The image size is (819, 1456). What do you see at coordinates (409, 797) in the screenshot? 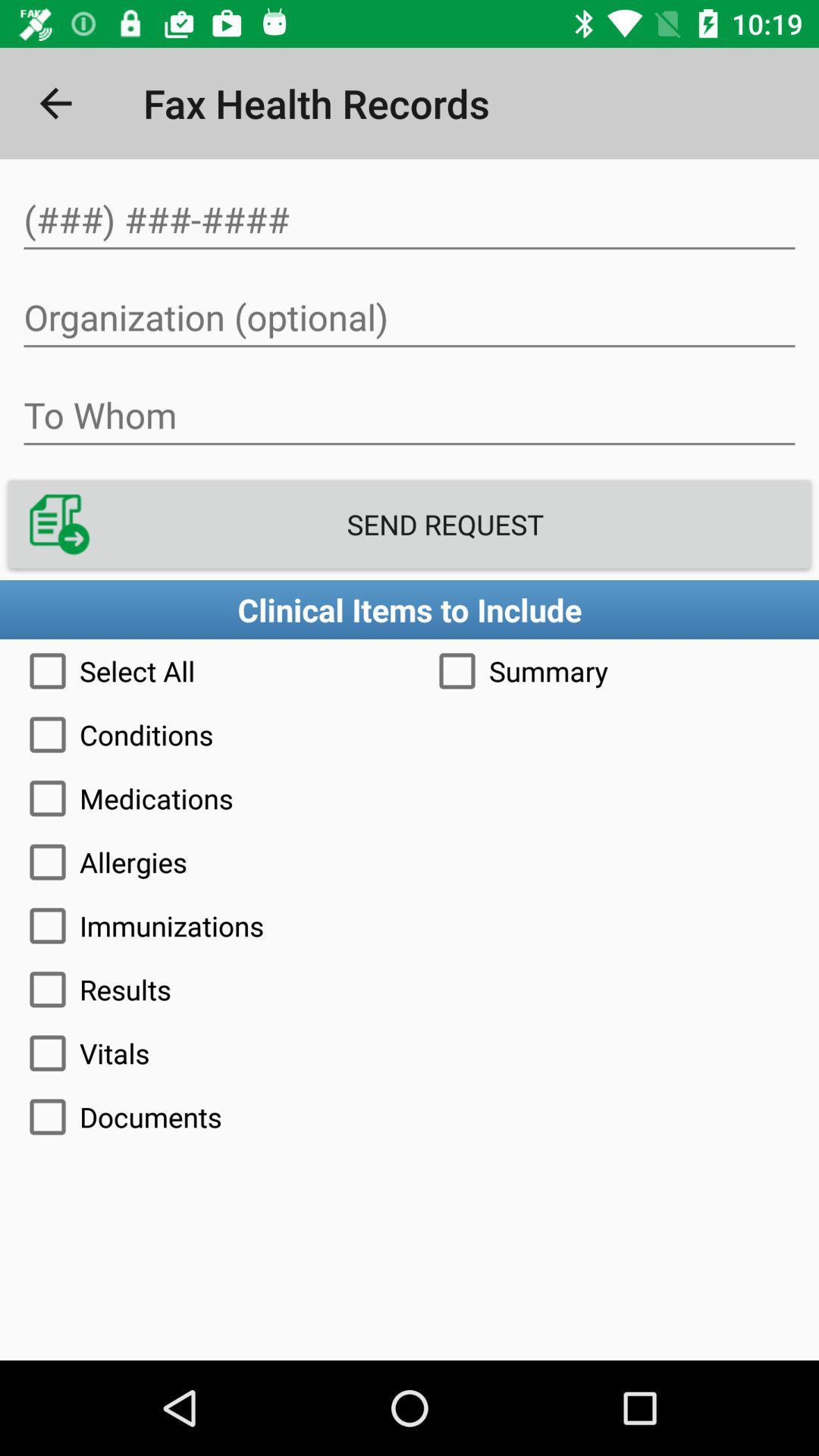
I see `the icon above allergies` at bounding box center [409, 797].